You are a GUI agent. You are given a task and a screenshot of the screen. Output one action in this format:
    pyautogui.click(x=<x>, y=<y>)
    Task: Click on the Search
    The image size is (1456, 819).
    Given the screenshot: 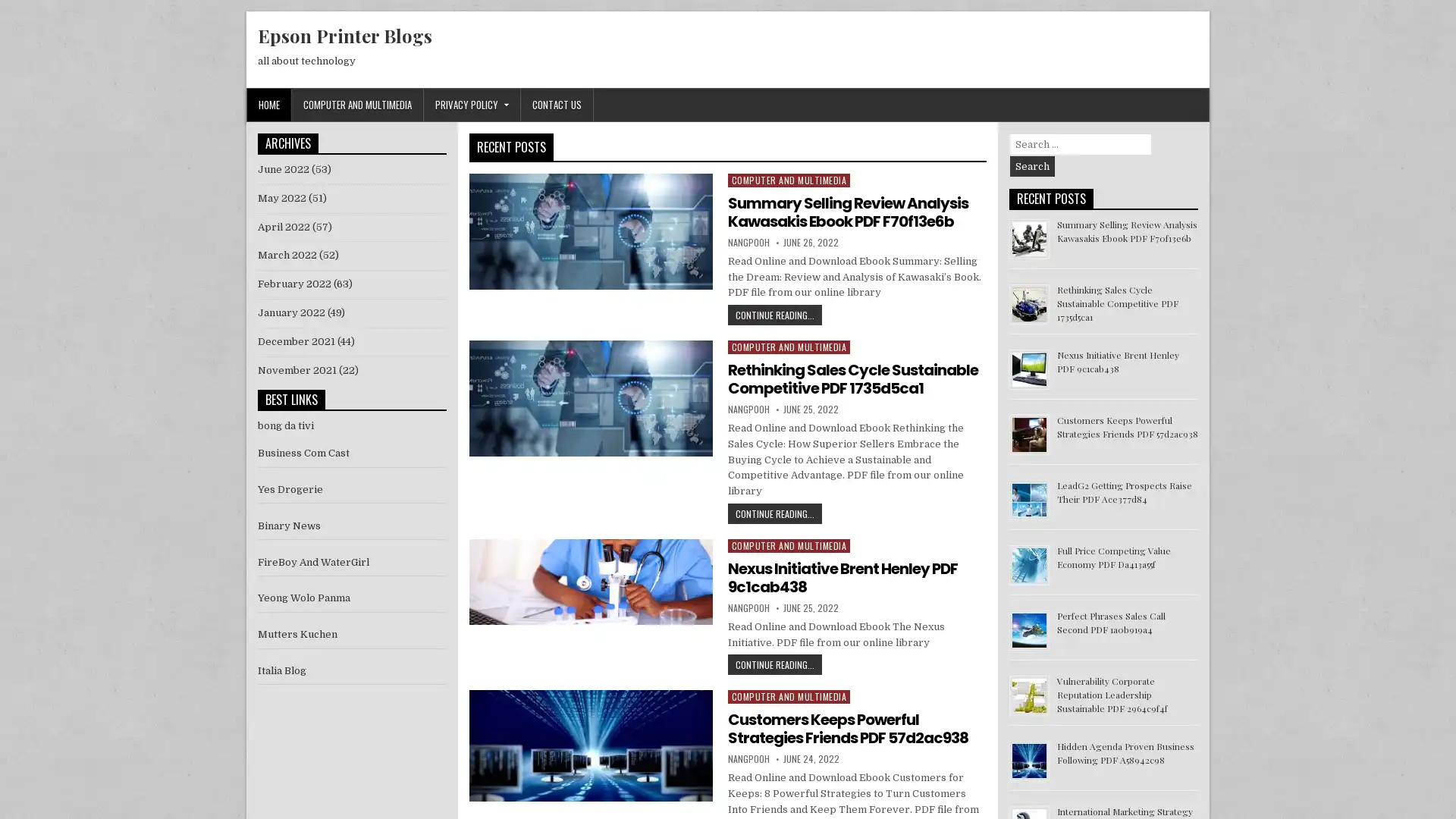 What is the action you would take?
    pyautogui.click(x=1031, y=166)
    